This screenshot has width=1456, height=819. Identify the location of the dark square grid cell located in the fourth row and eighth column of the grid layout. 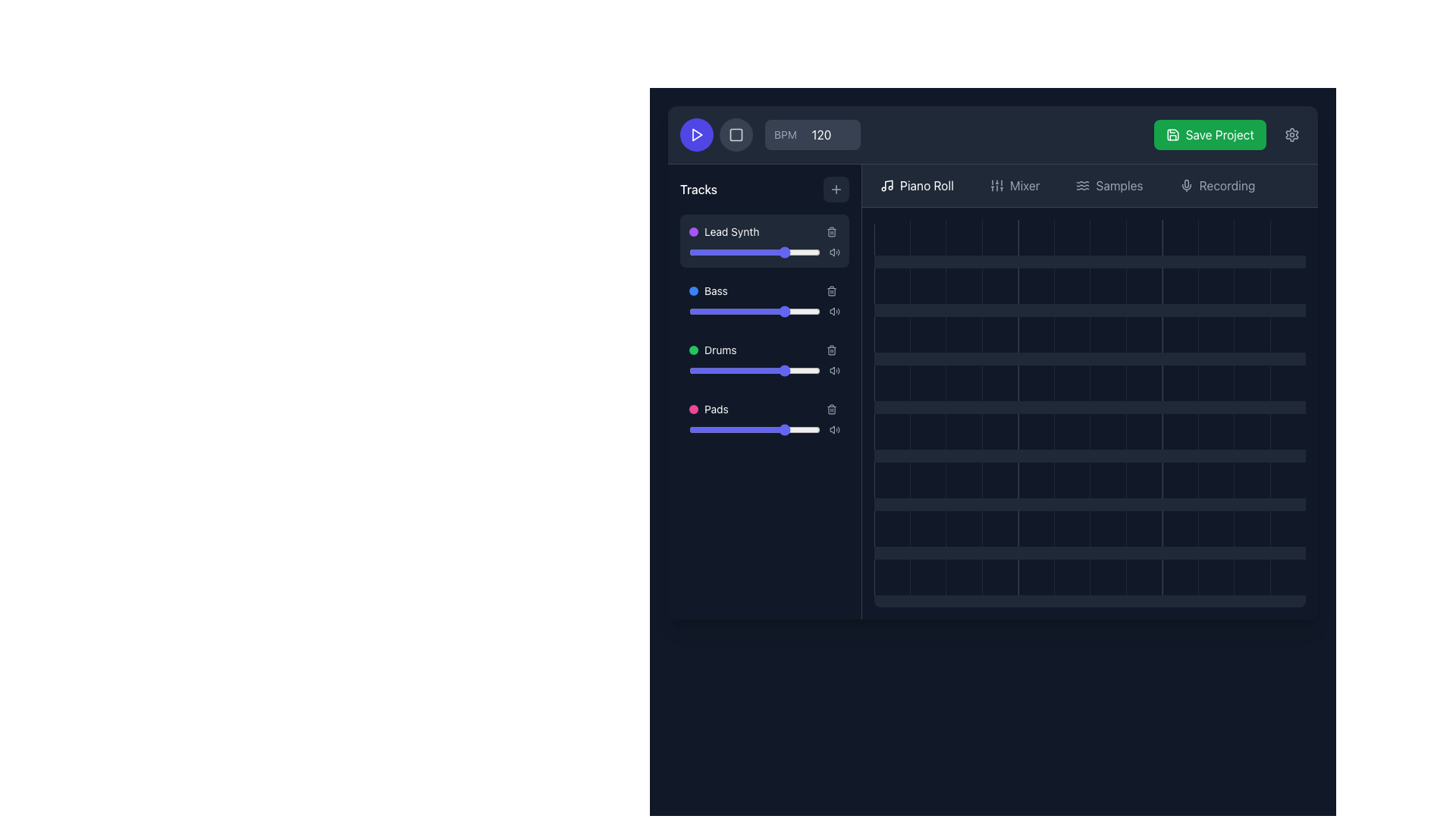
(1144, 286).